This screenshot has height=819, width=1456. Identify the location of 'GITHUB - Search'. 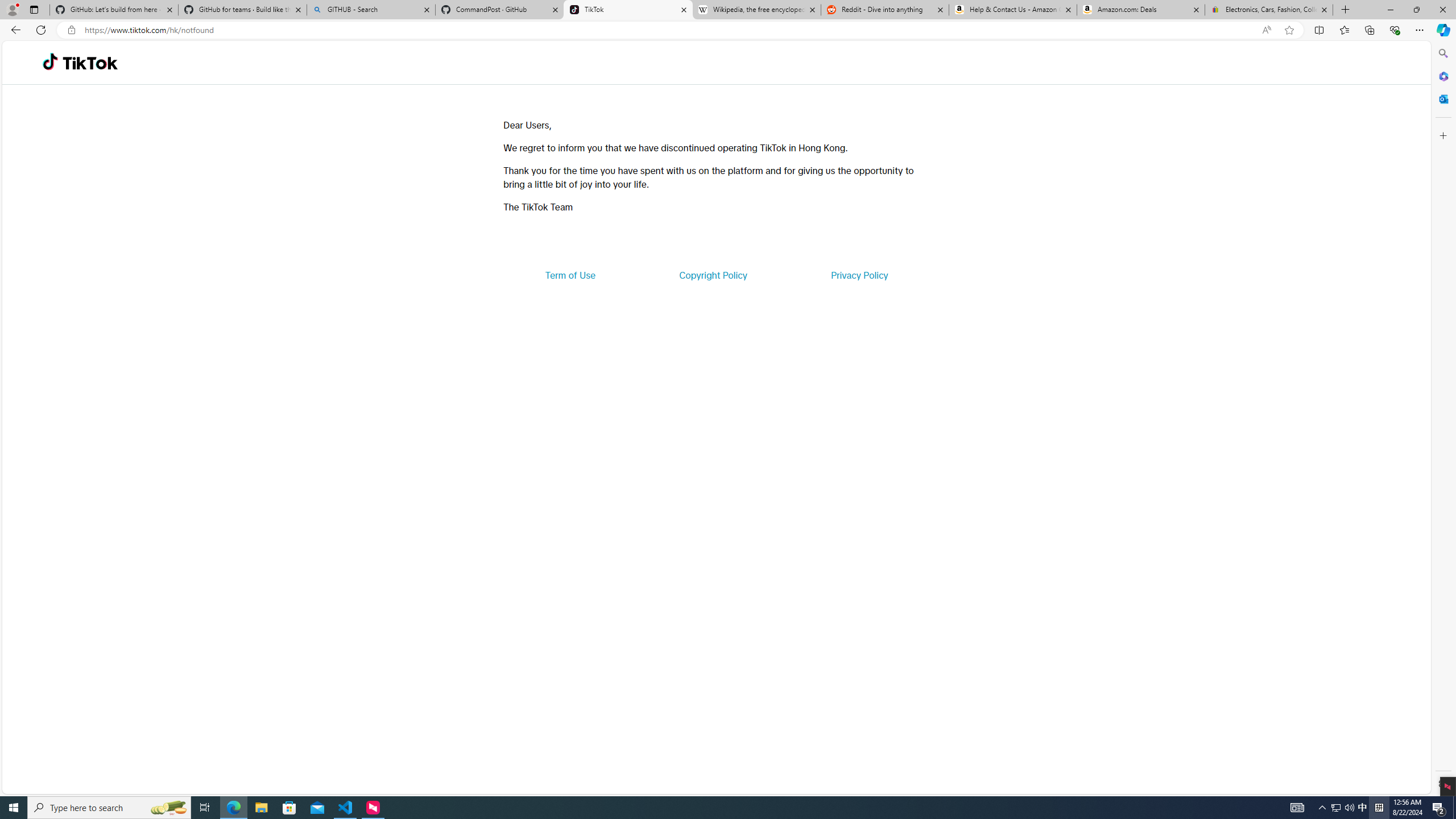
(370, 9).